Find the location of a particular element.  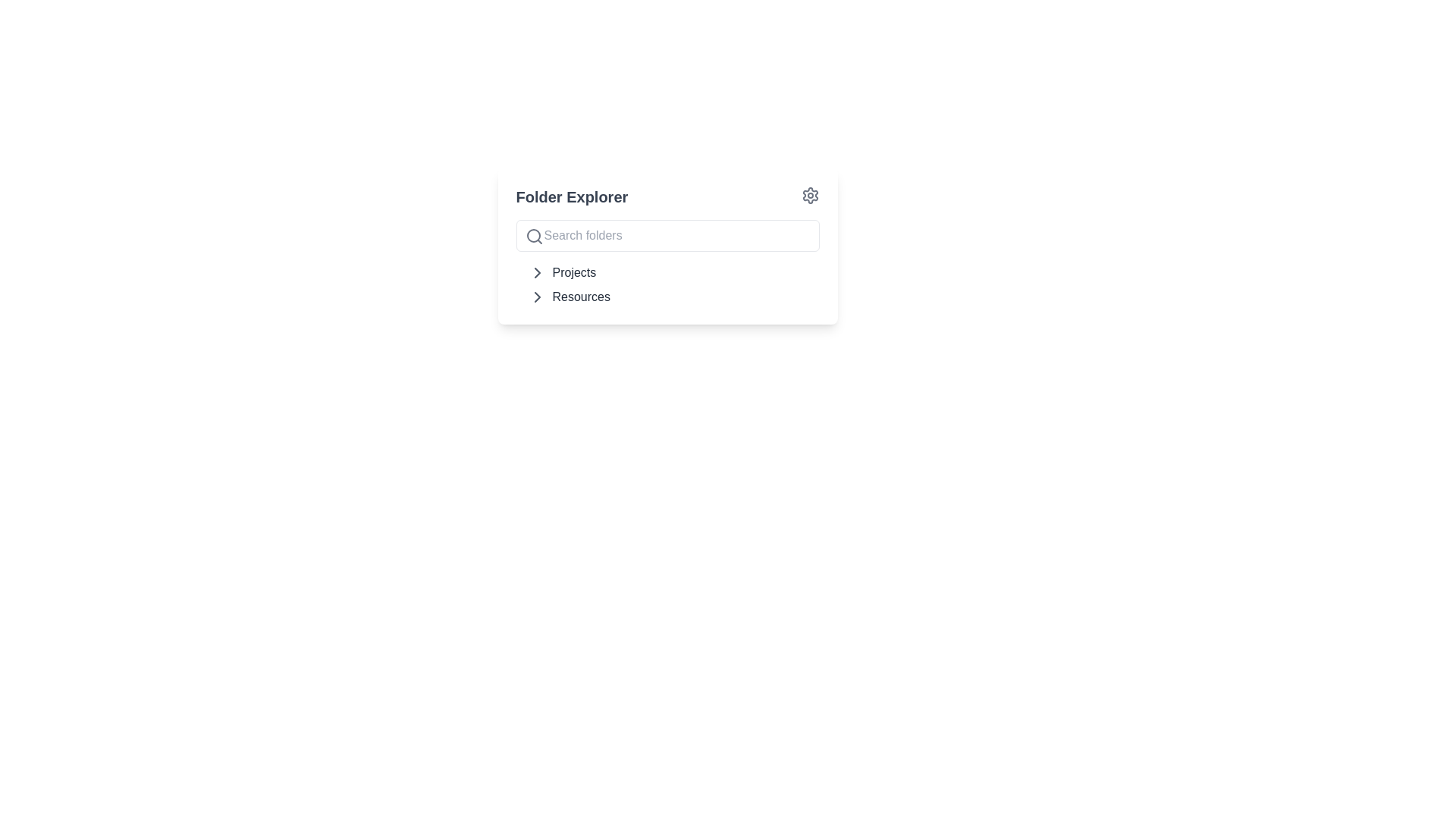

the search icon located inside the 'Search folders' input field of the 'Folder Explorer' component, which serves as a visual indicator for the search functionality is located at coordinates (534, 237).